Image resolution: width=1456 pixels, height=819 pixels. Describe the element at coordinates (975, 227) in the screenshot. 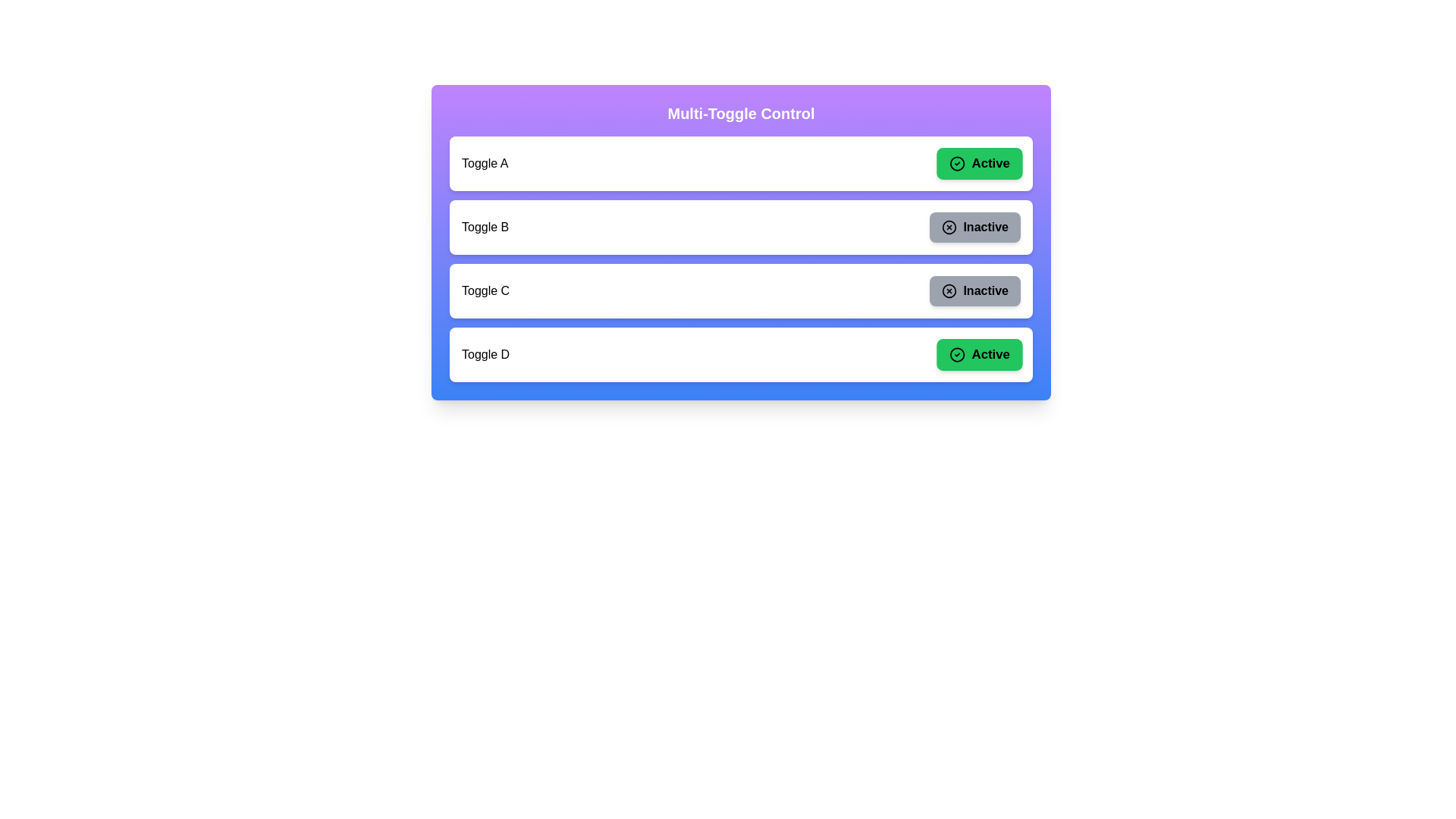

I see `the button labeled 'Inactive' with rounded edges and a cross icon` at that location.